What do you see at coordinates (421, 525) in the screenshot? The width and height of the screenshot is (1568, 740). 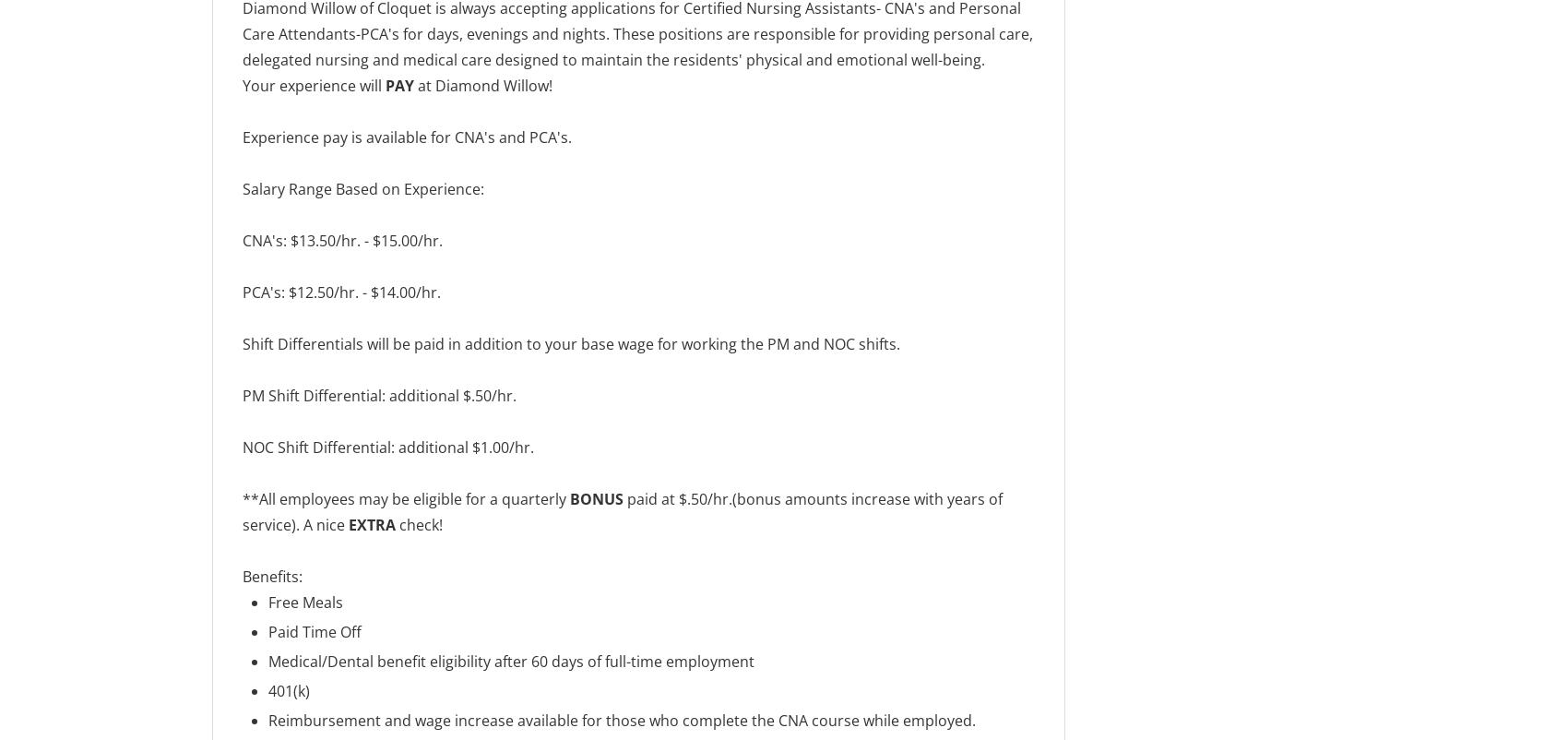 I see `'check!'` at bounding box center [421, 525].